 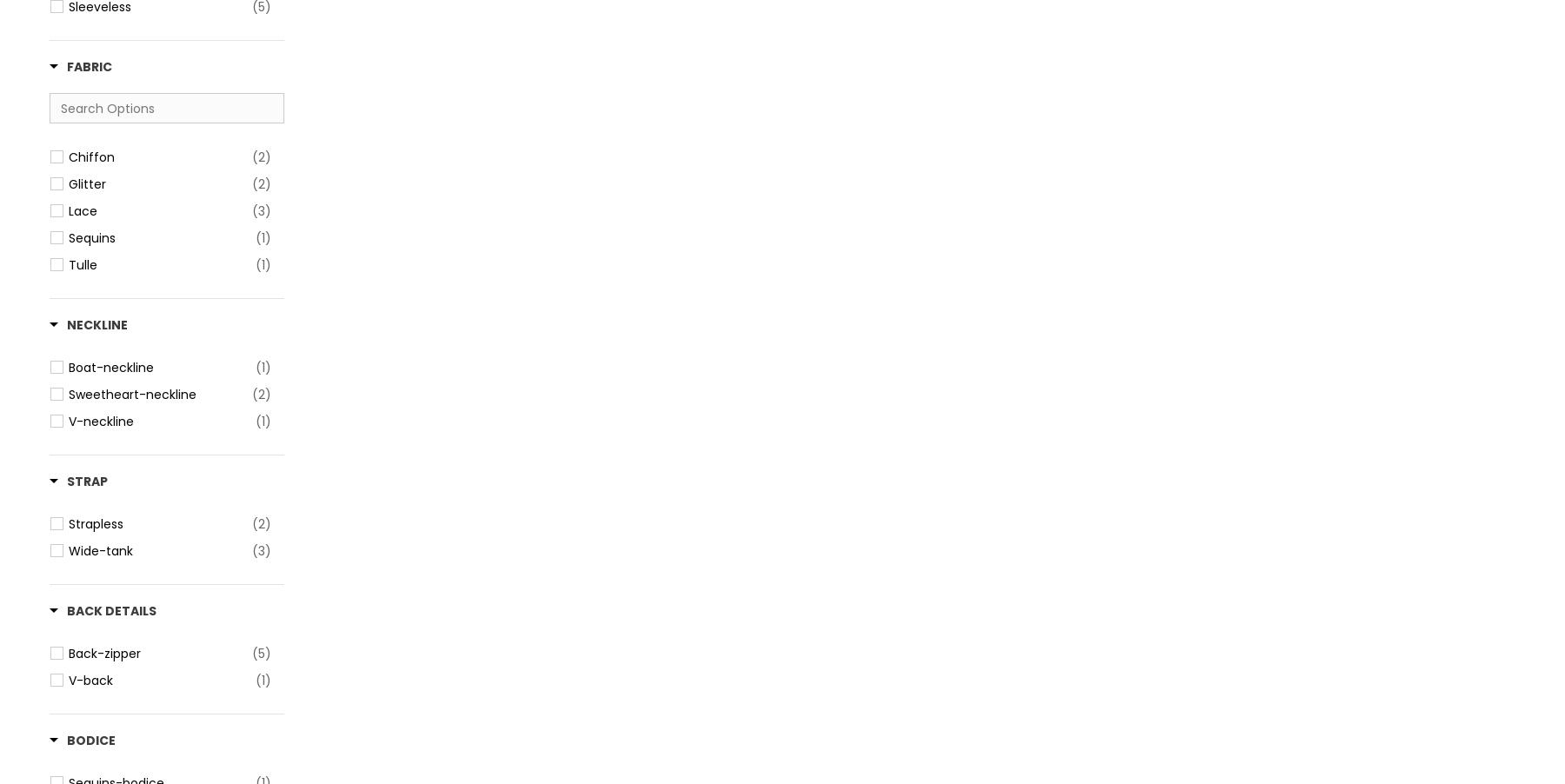 I want to click on 'Sweetheart-neckline', so click(x=132, y=393).